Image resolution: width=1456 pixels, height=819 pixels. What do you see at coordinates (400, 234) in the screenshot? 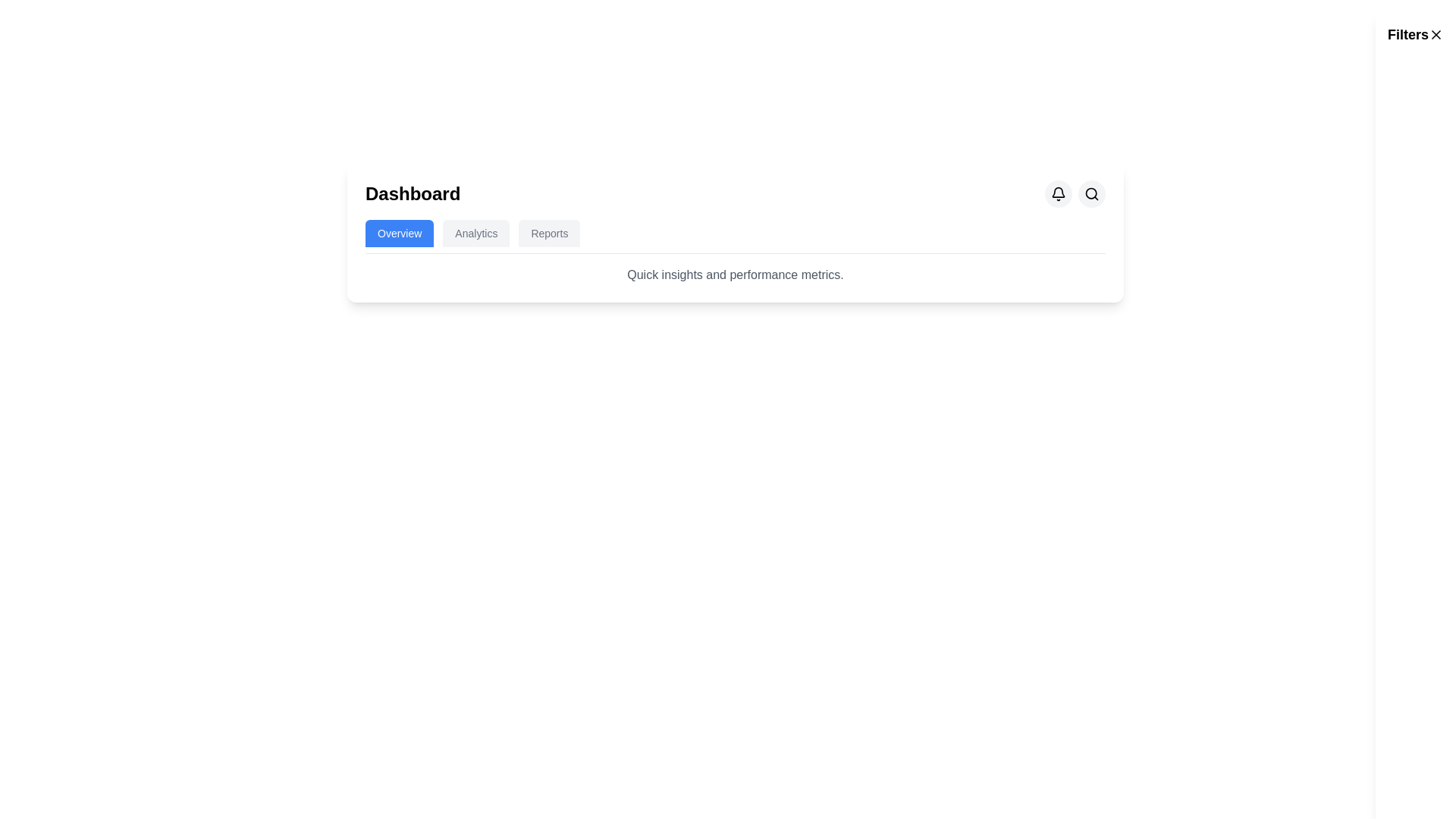
I see `the 'Overview' navigation button located in the top left section of the button group, immediately following the 'Dashboard' title, to potentially see a tooltip or a change in styles` at bounding box center [400, 234].